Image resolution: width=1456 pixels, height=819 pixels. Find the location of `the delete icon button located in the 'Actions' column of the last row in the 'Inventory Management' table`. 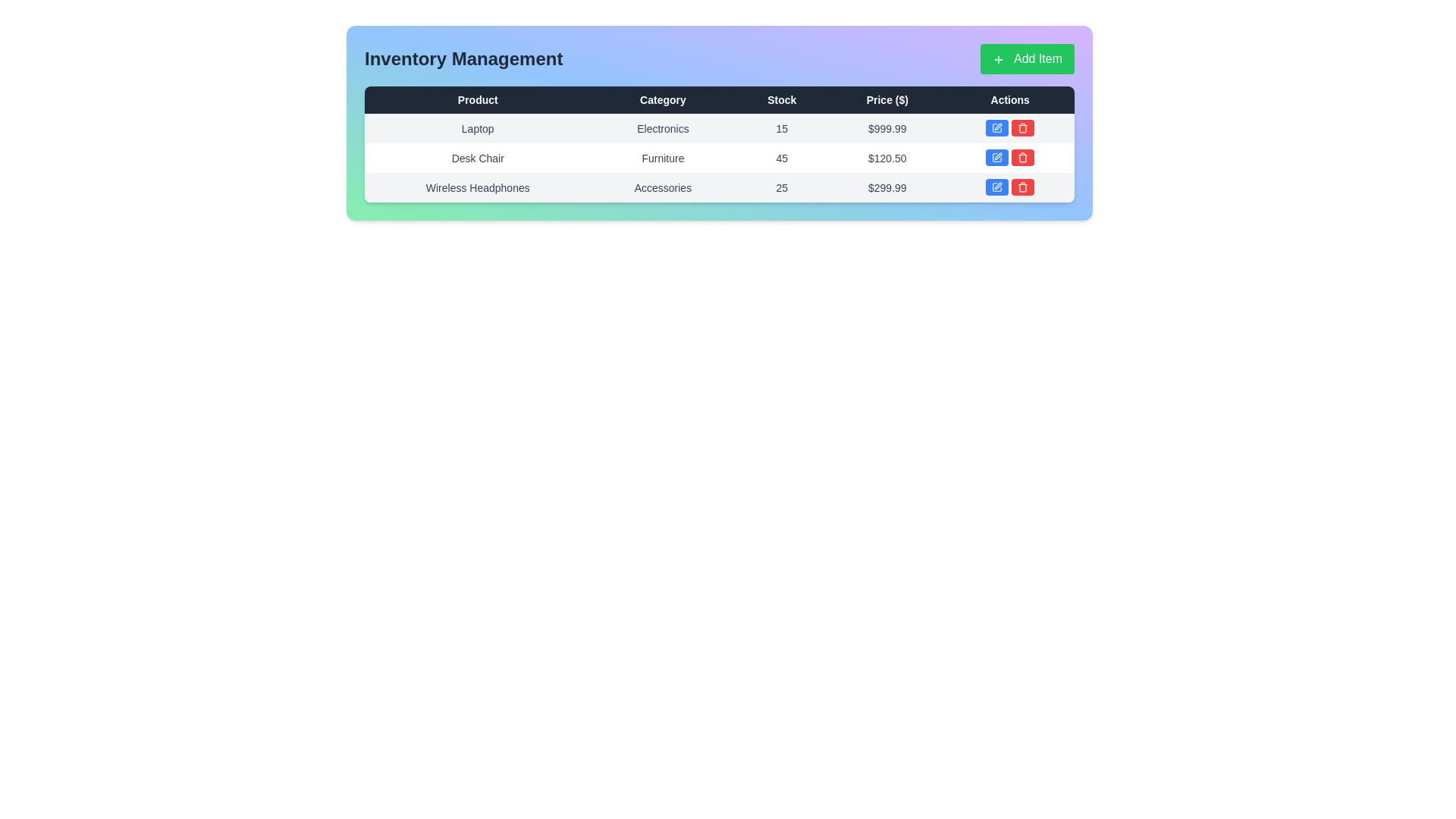

the delete icon button located in the 'Actions' column of the last row in the 'Inventory Management' table is located at coordinates (1023, 158).